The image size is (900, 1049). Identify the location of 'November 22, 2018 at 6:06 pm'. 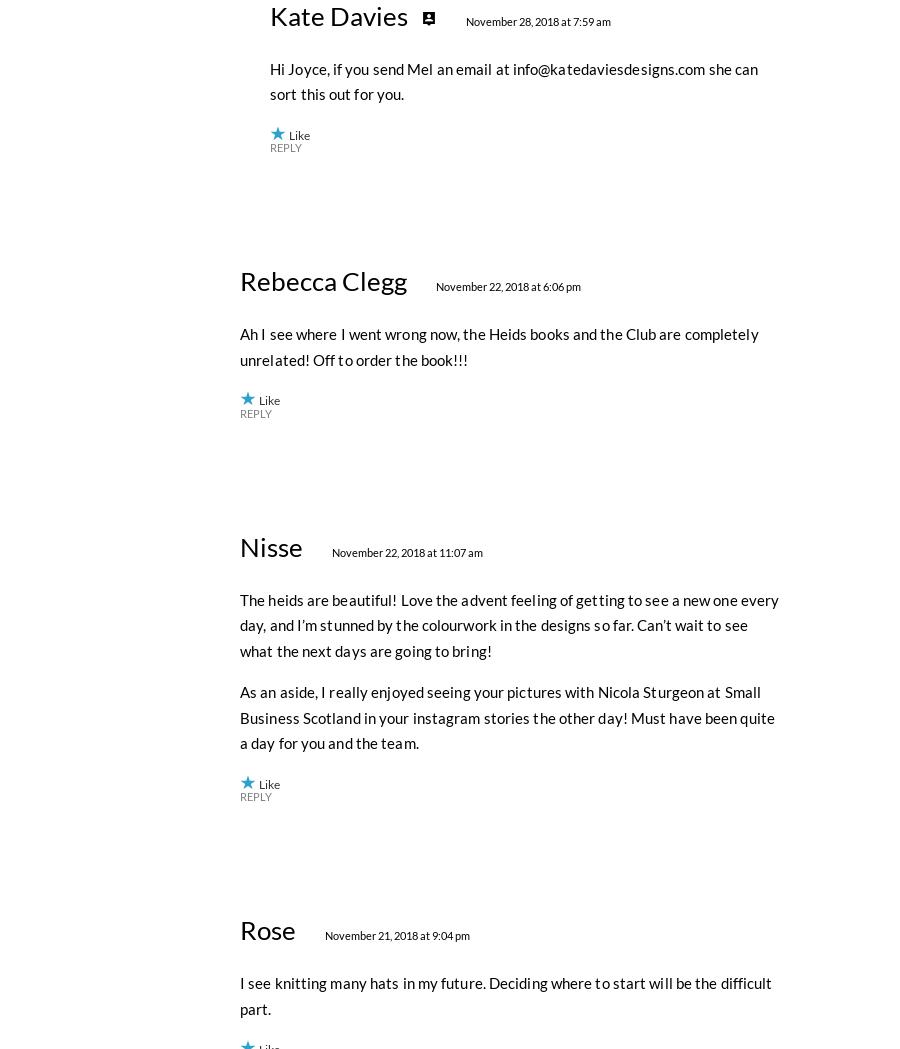
(506, 725).